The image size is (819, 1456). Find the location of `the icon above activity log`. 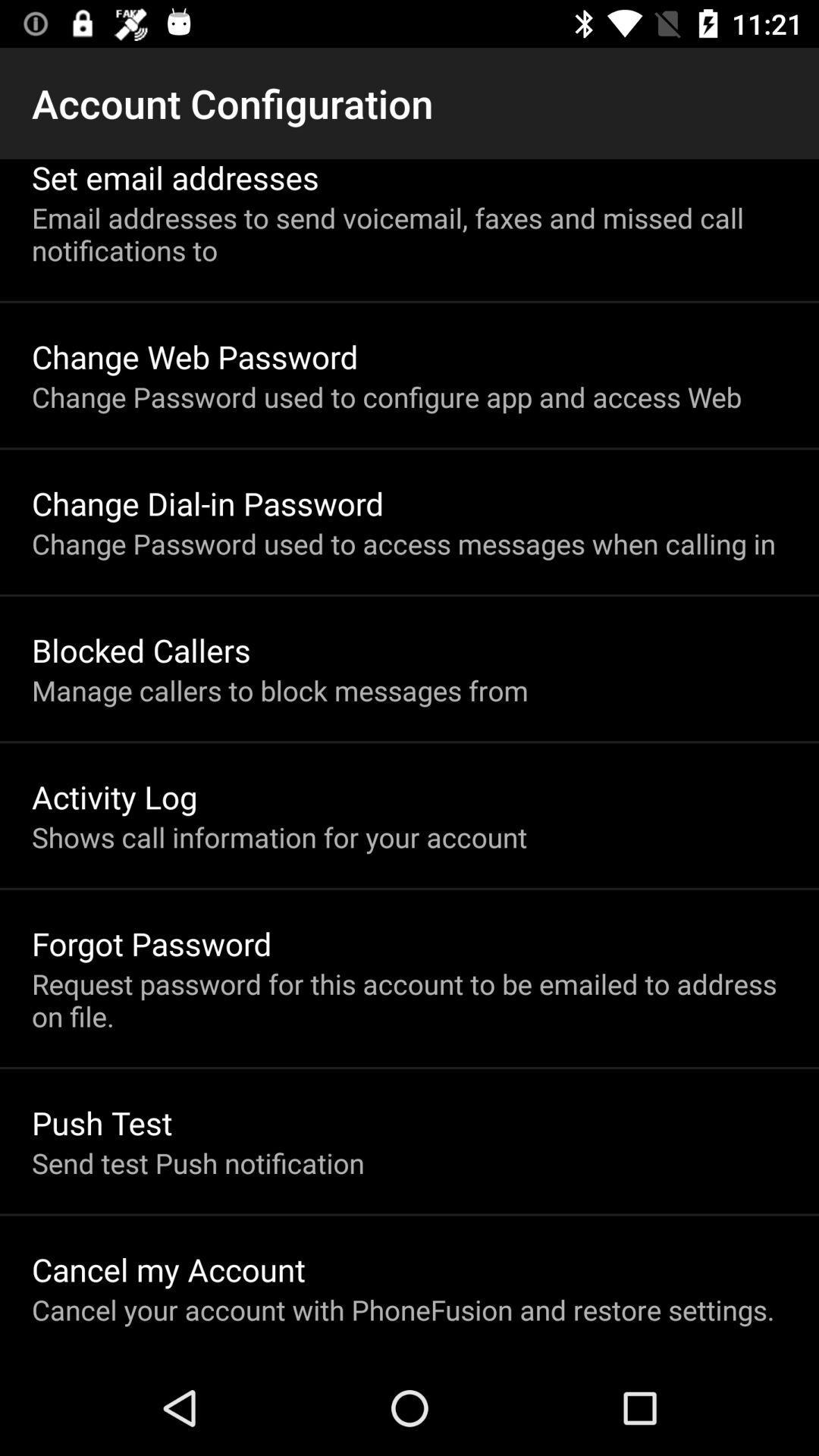

the icon above activity log is located at coordinates (280, 689).